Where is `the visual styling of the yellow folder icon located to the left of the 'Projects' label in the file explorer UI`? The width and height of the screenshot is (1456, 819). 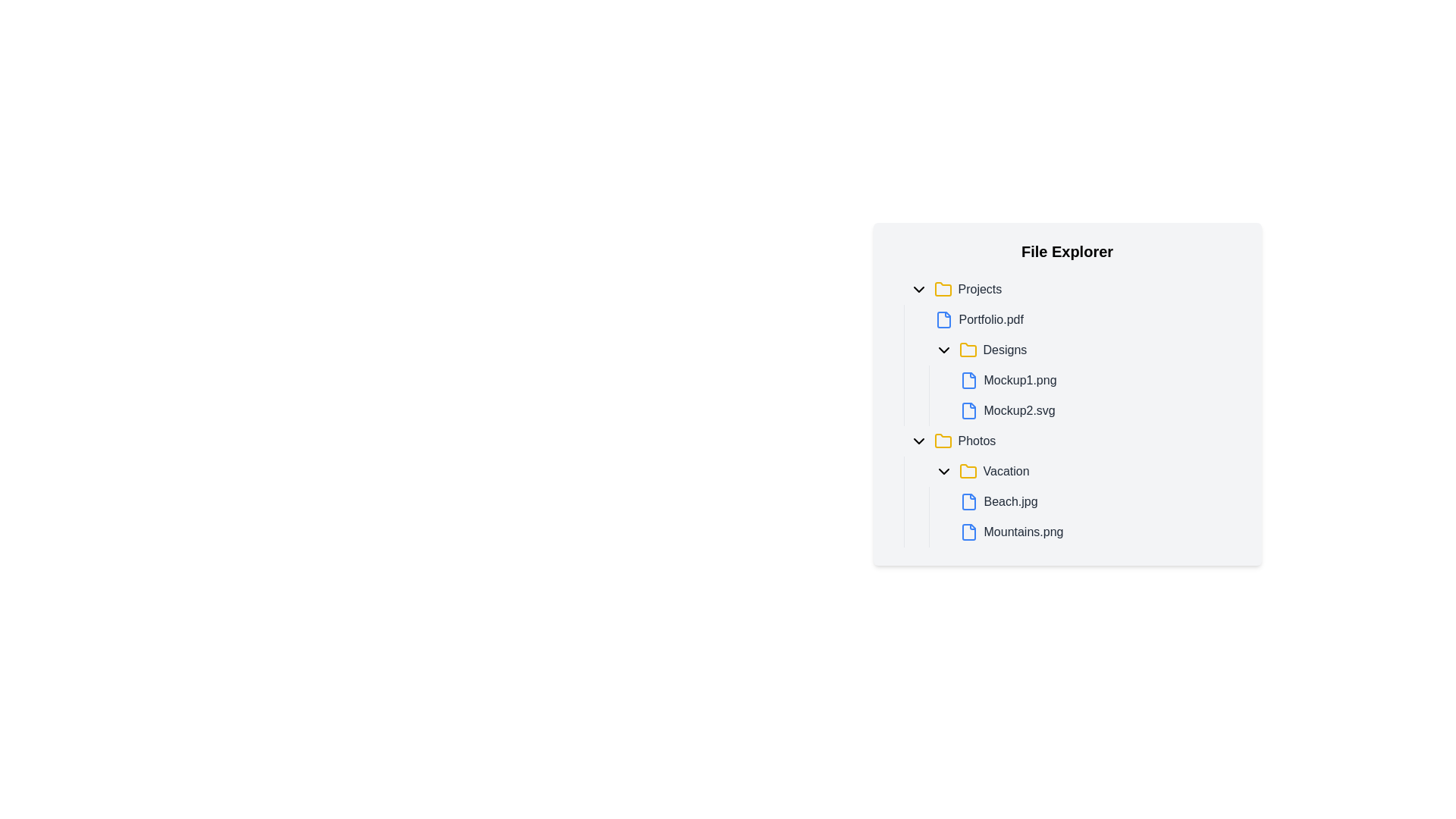
the visual styling of the yellow folder icon located to the left of the 'Projects' label in the file explorer UI is located at coordinates (942, 289).